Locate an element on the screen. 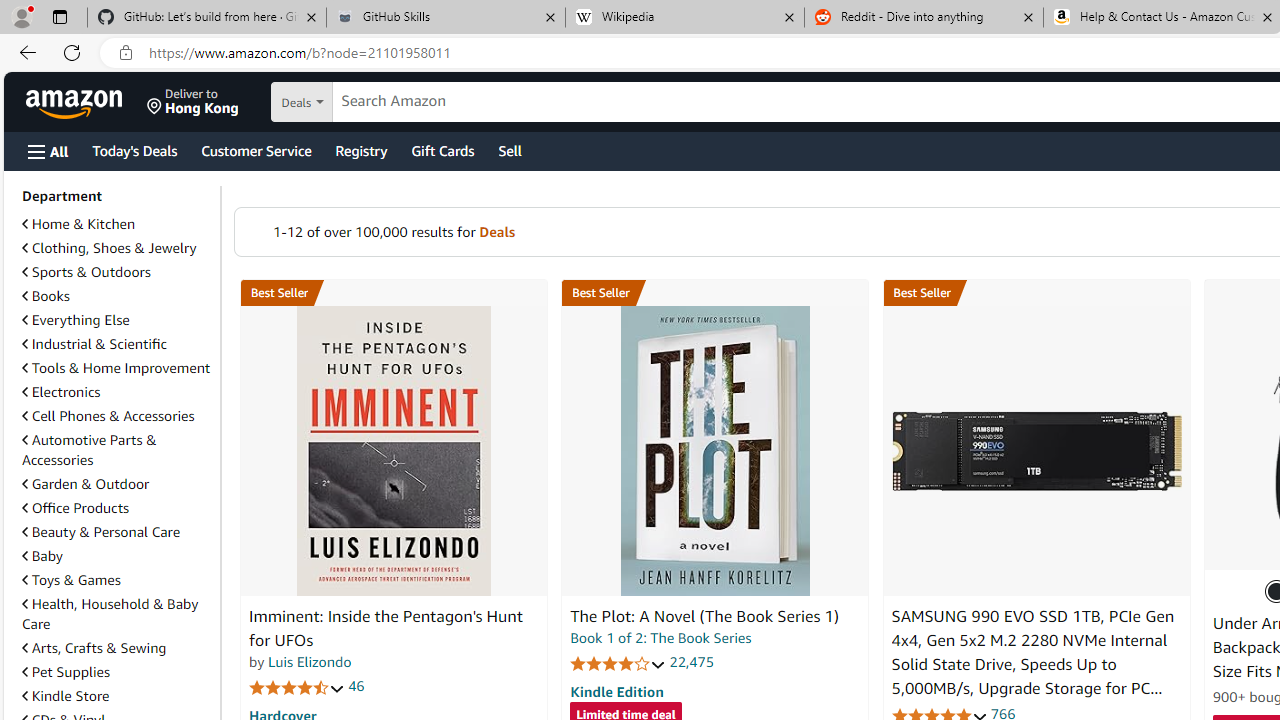 This screenshot has height=720, width=1280. 'Wikipedia' is located at coordinates (684, 17).